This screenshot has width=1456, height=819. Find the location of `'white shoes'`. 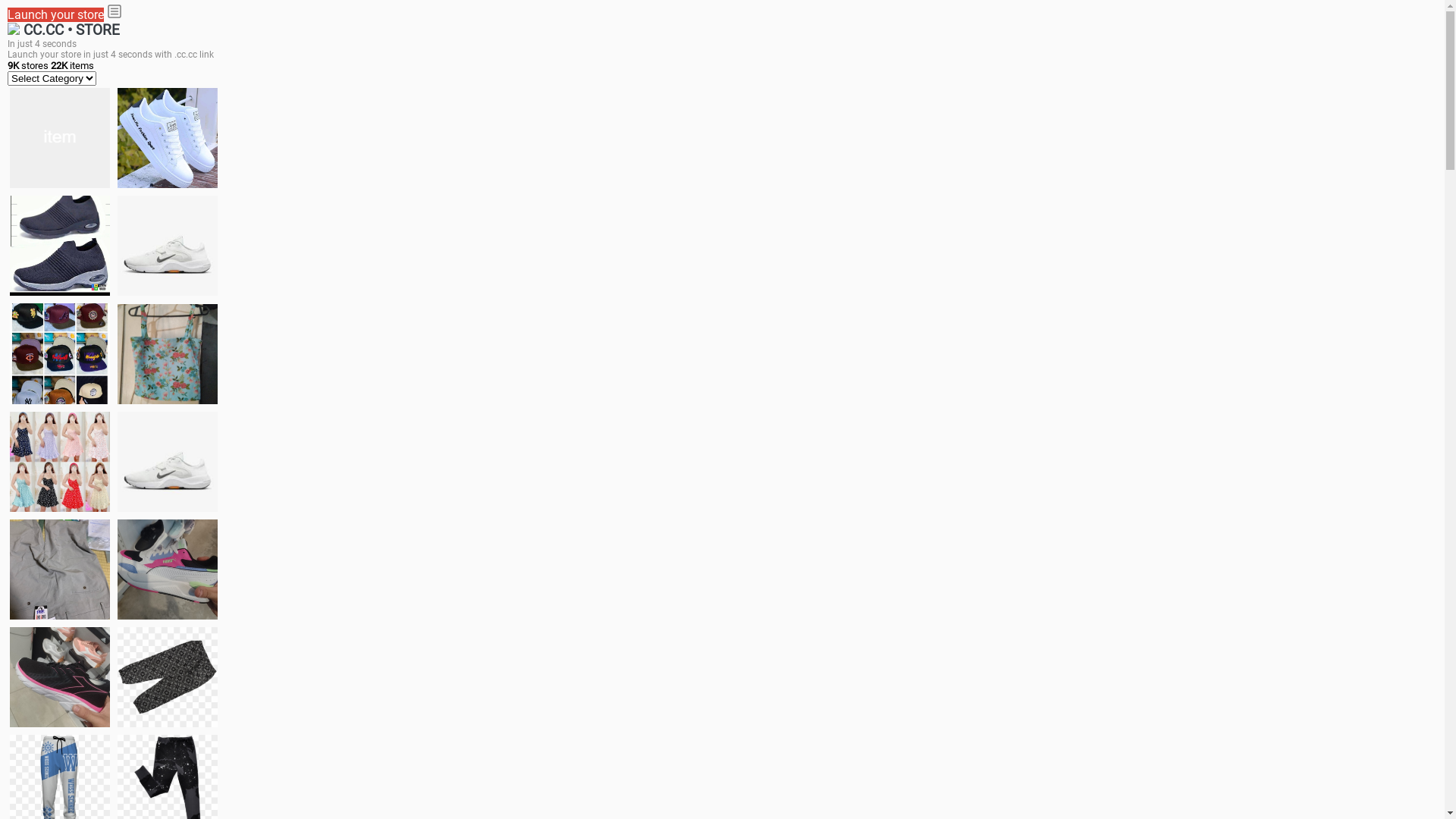

'white shoes' is located at coordinates (116, 137).